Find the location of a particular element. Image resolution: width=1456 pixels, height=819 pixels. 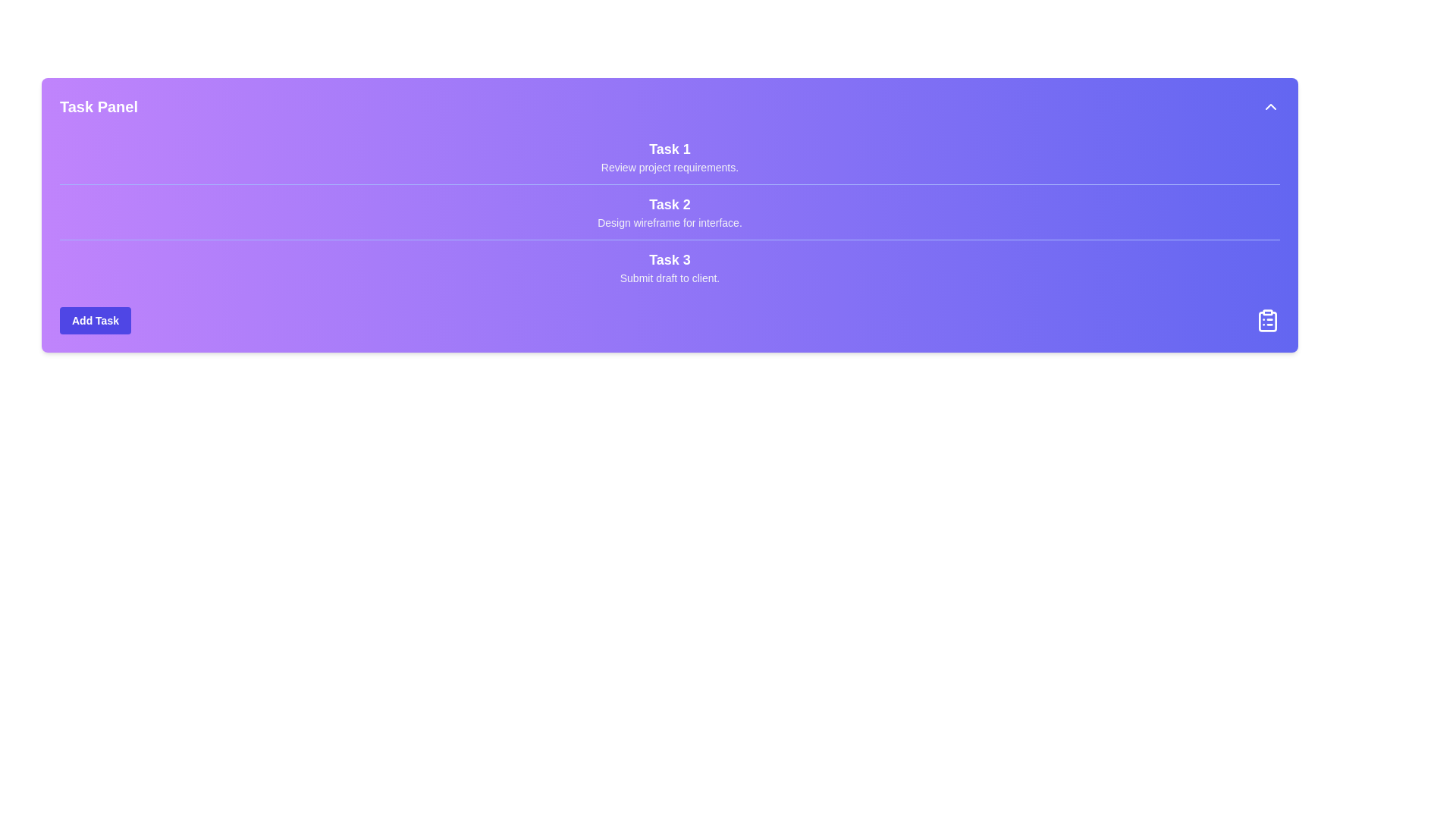

the upward-pointing chevron button located at the top-right corner of the purple 'Task Panel' is located at coordinates (1270, 106).